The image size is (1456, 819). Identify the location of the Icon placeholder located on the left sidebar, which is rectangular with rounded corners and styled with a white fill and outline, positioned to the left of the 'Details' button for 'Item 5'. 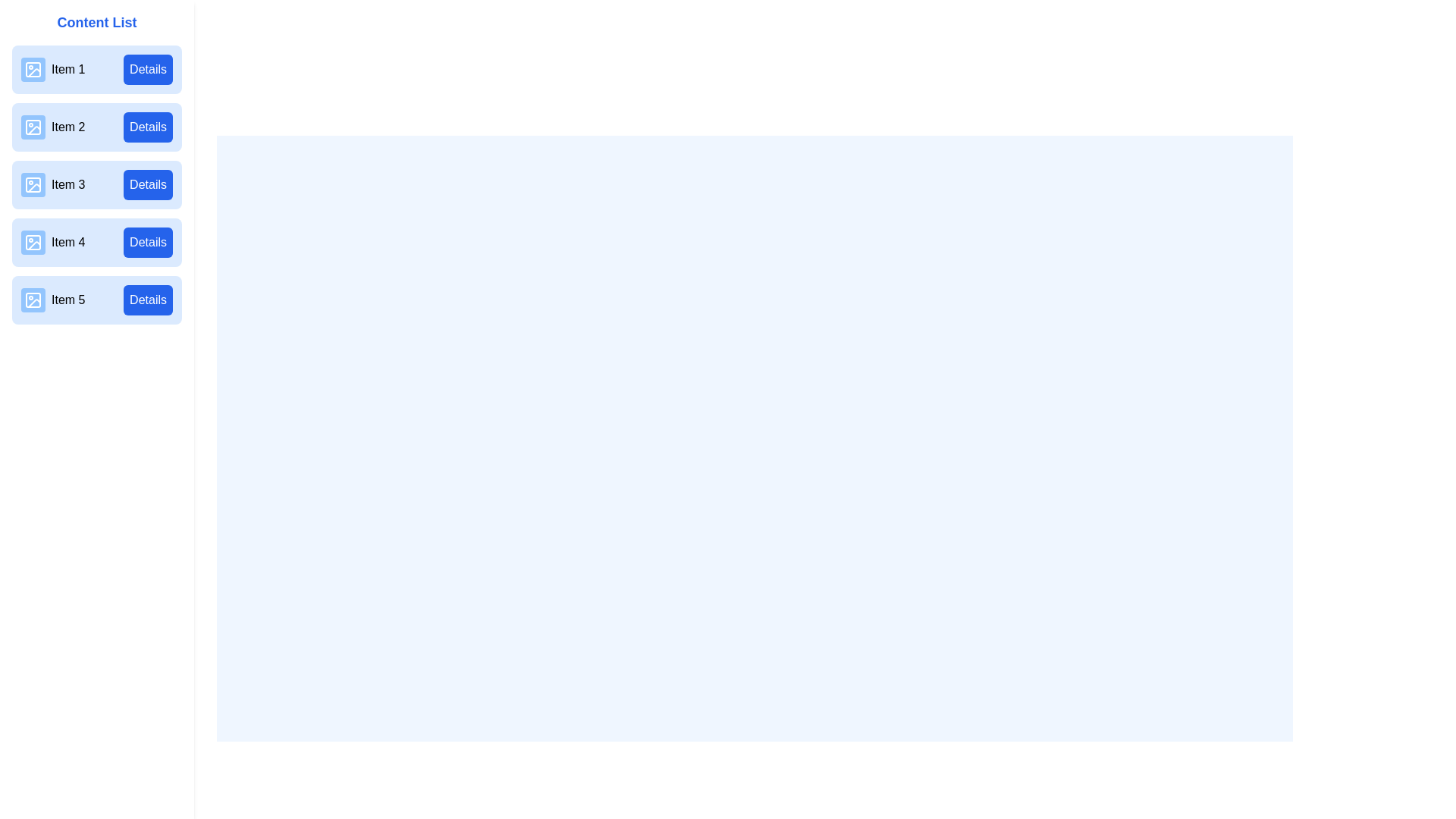
(33, 300).